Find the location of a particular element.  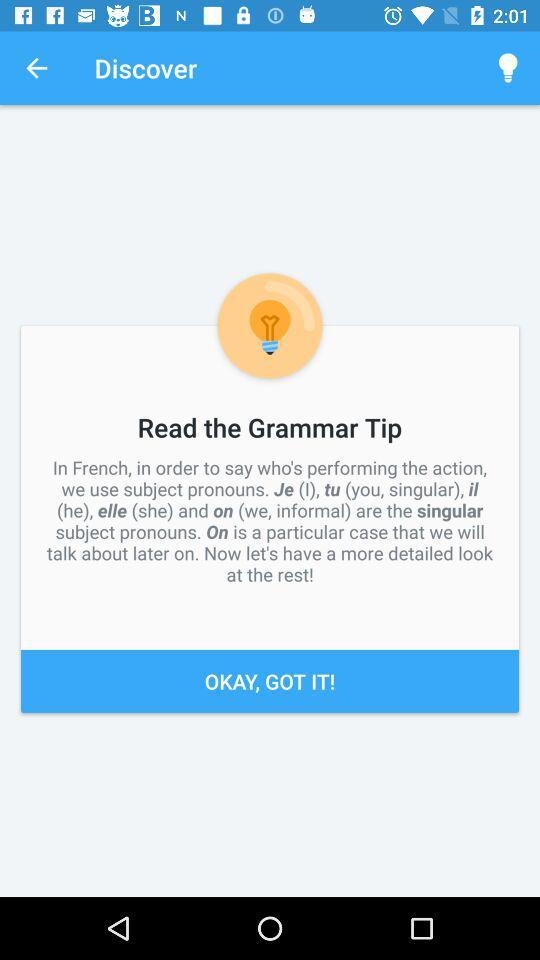

the okay, got it! item is located at coordinates (270, 681).